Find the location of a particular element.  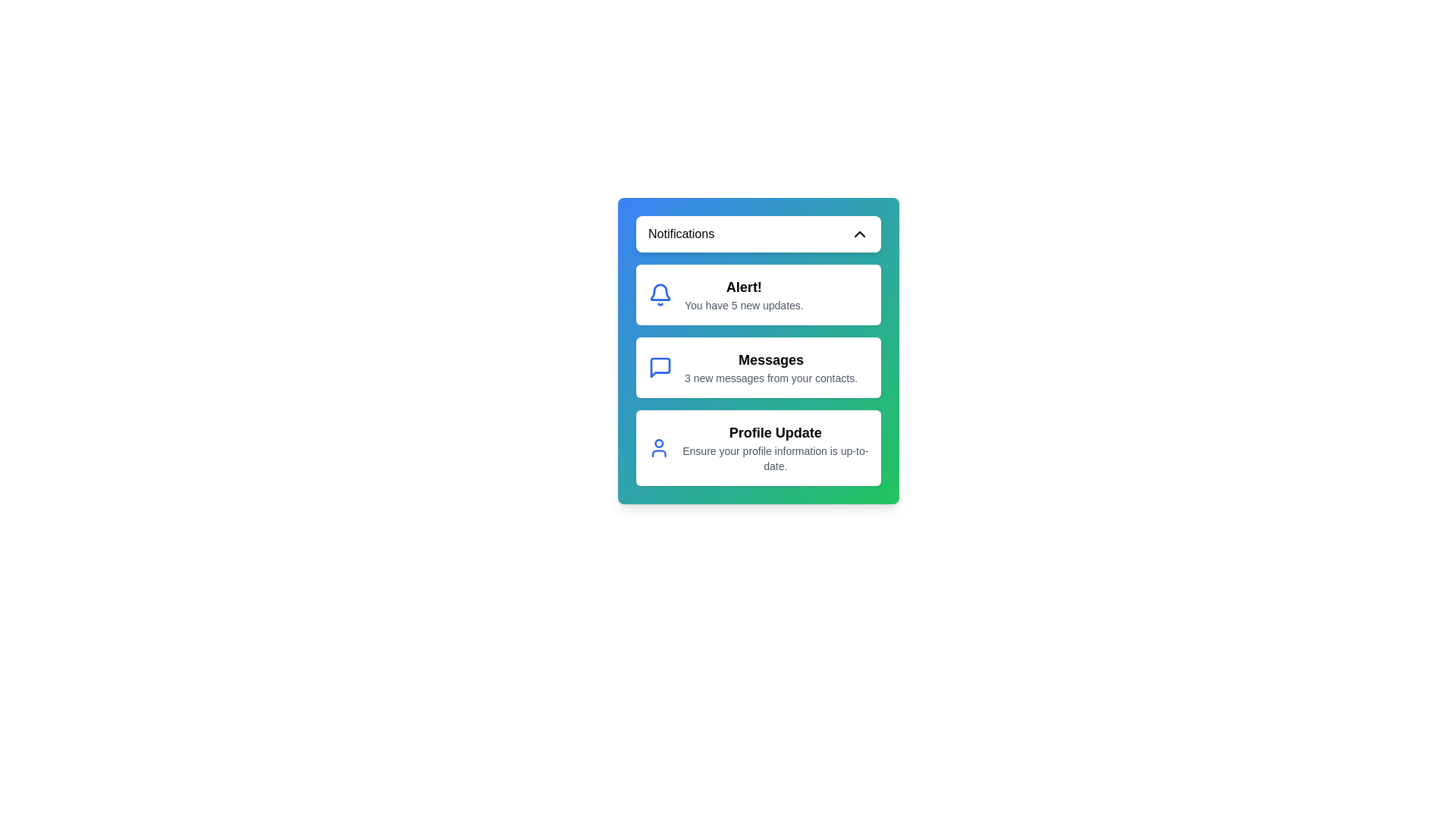

the notification titled 'Profile Update' to select it is located at coordinates (758, 447).